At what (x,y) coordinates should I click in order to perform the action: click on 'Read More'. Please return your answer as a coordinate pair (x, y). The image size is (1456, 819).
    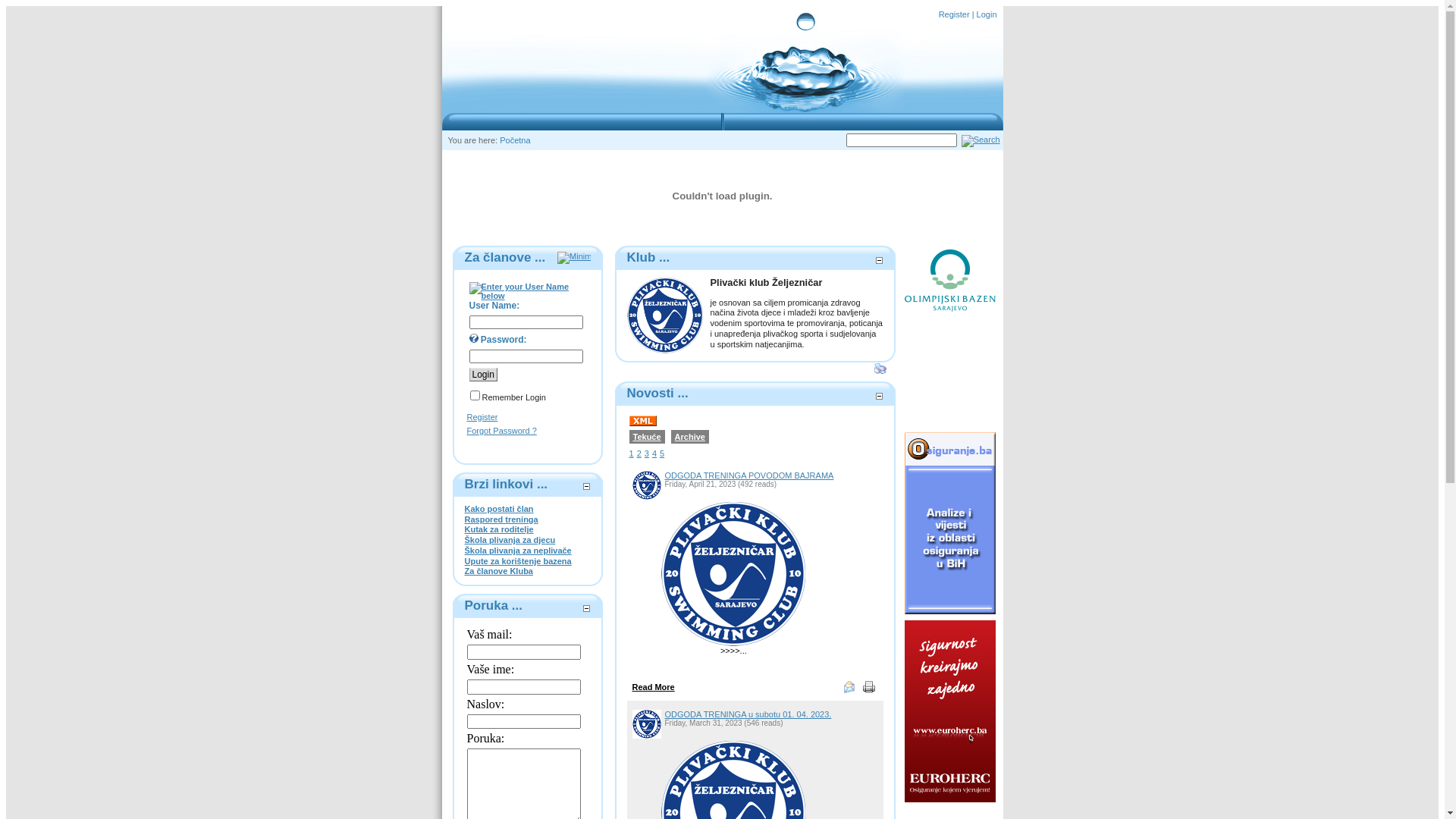
    Looking at the image, I should click on (654, 687).